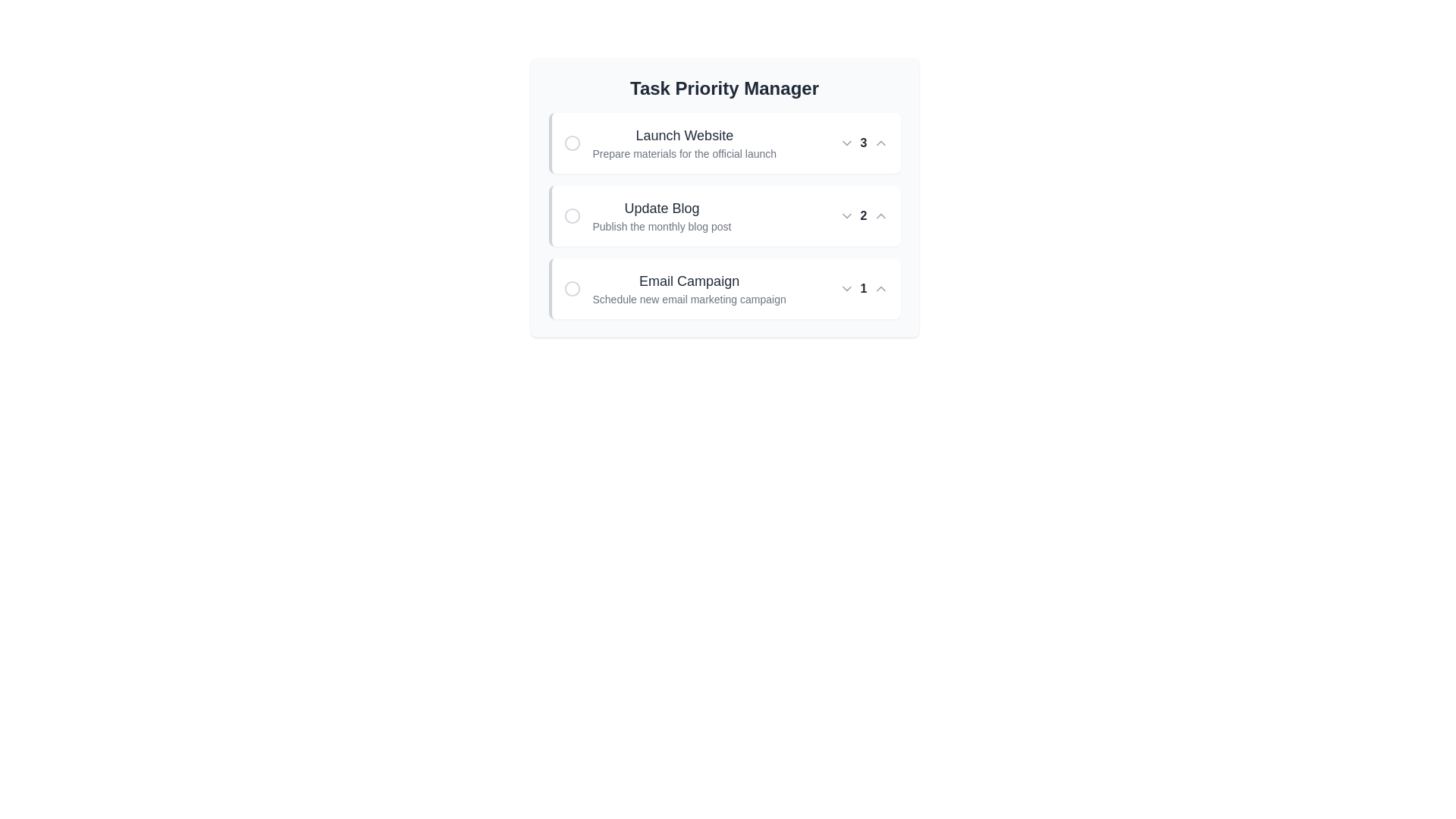  Describe the element at coordinates (846, 216) in the screenshot. I see `the chevron icon located to the left of the number '2' in the second task block labeled 'Update Blog'` at that location.